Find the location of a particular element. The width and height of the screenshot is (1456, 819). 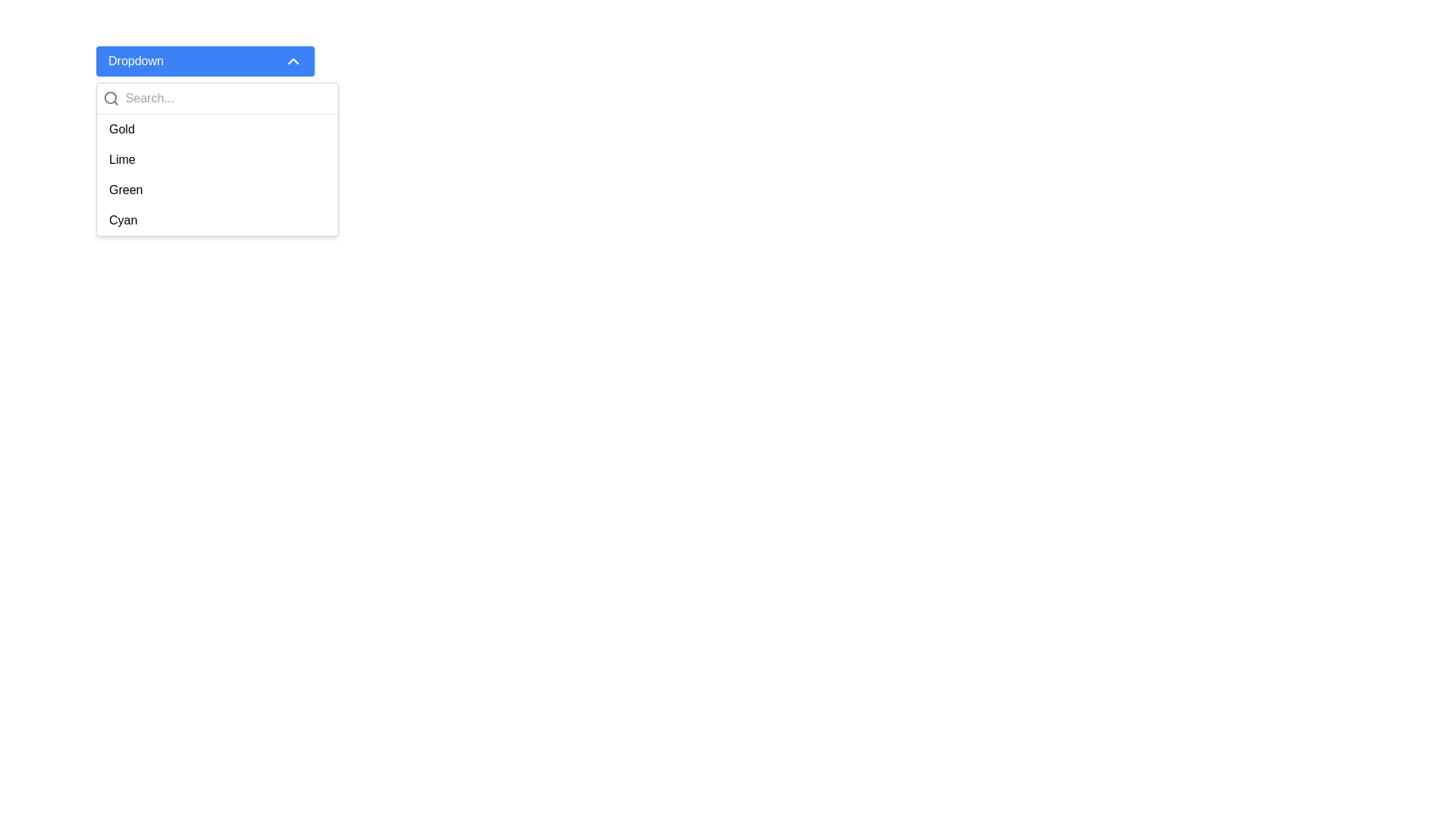

the textual label located in the top-left section of the blue button that serves as the title for the dropdown menu is located at coordinates (136, 61).